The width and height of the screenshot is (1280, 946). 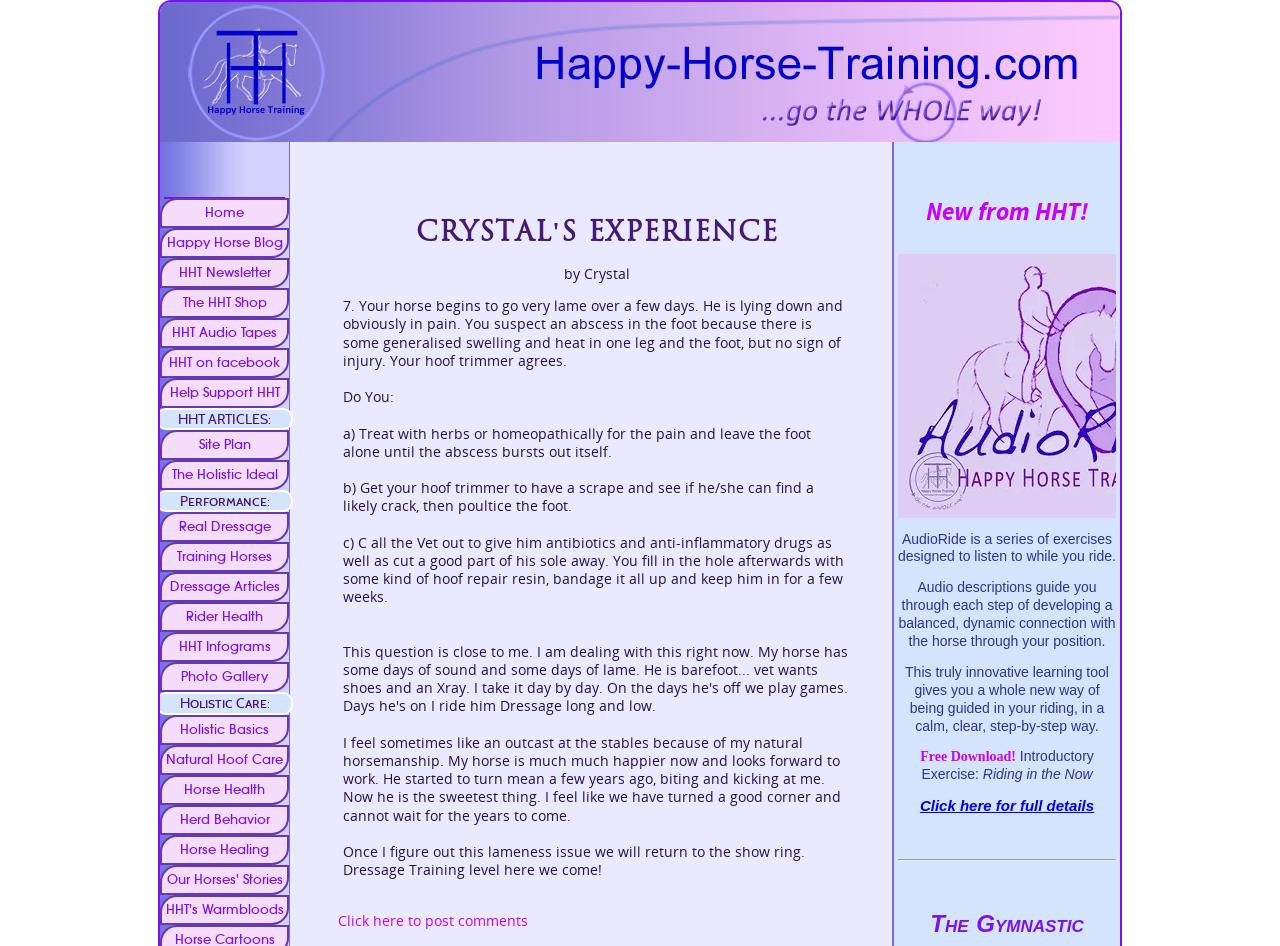 I want to click on 'Riding in the Now', so click(x=1037, y=773).